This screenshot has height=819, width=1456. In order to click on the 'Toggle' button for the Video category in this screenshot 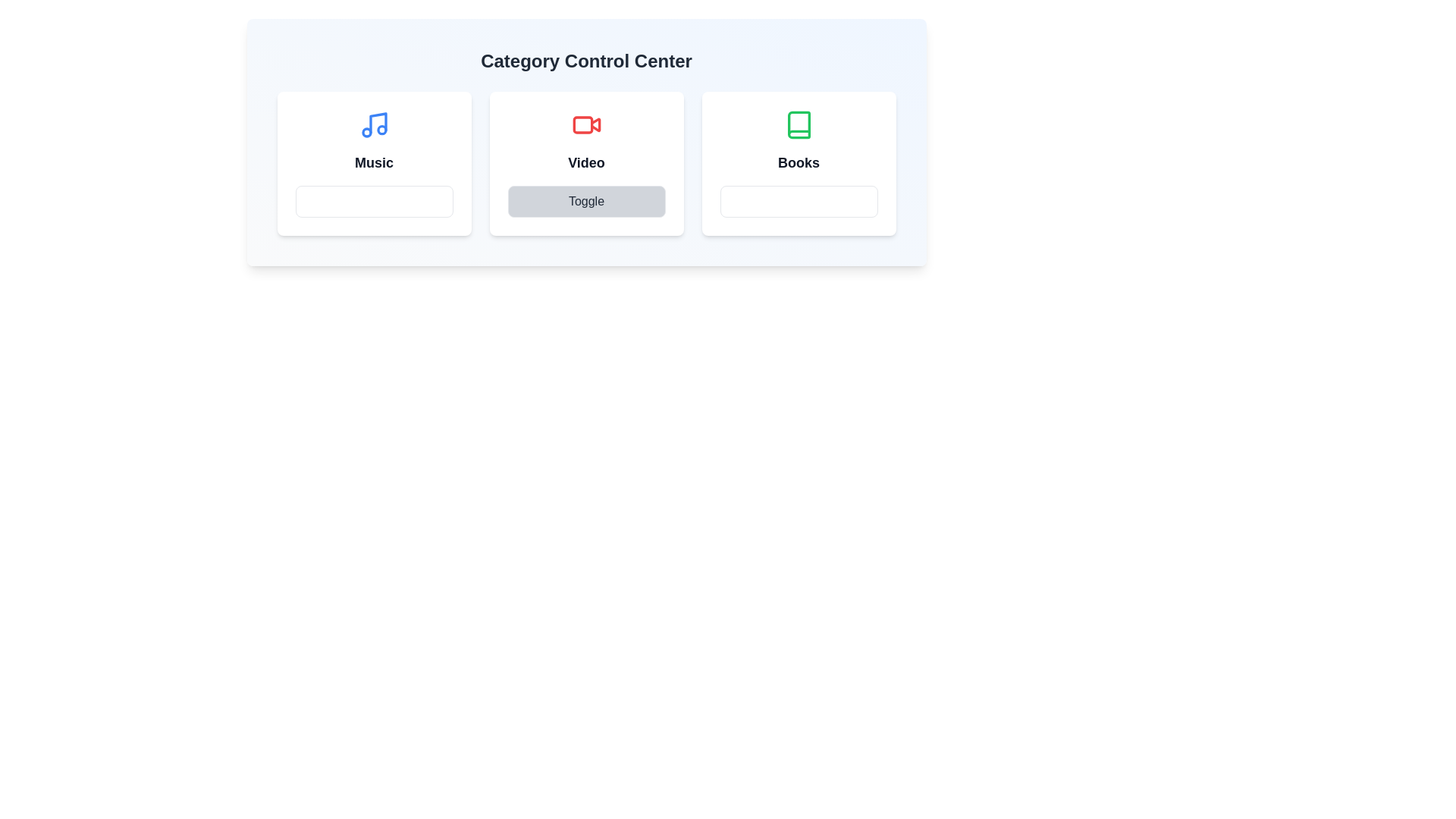, I will do `click(585, 201)`.